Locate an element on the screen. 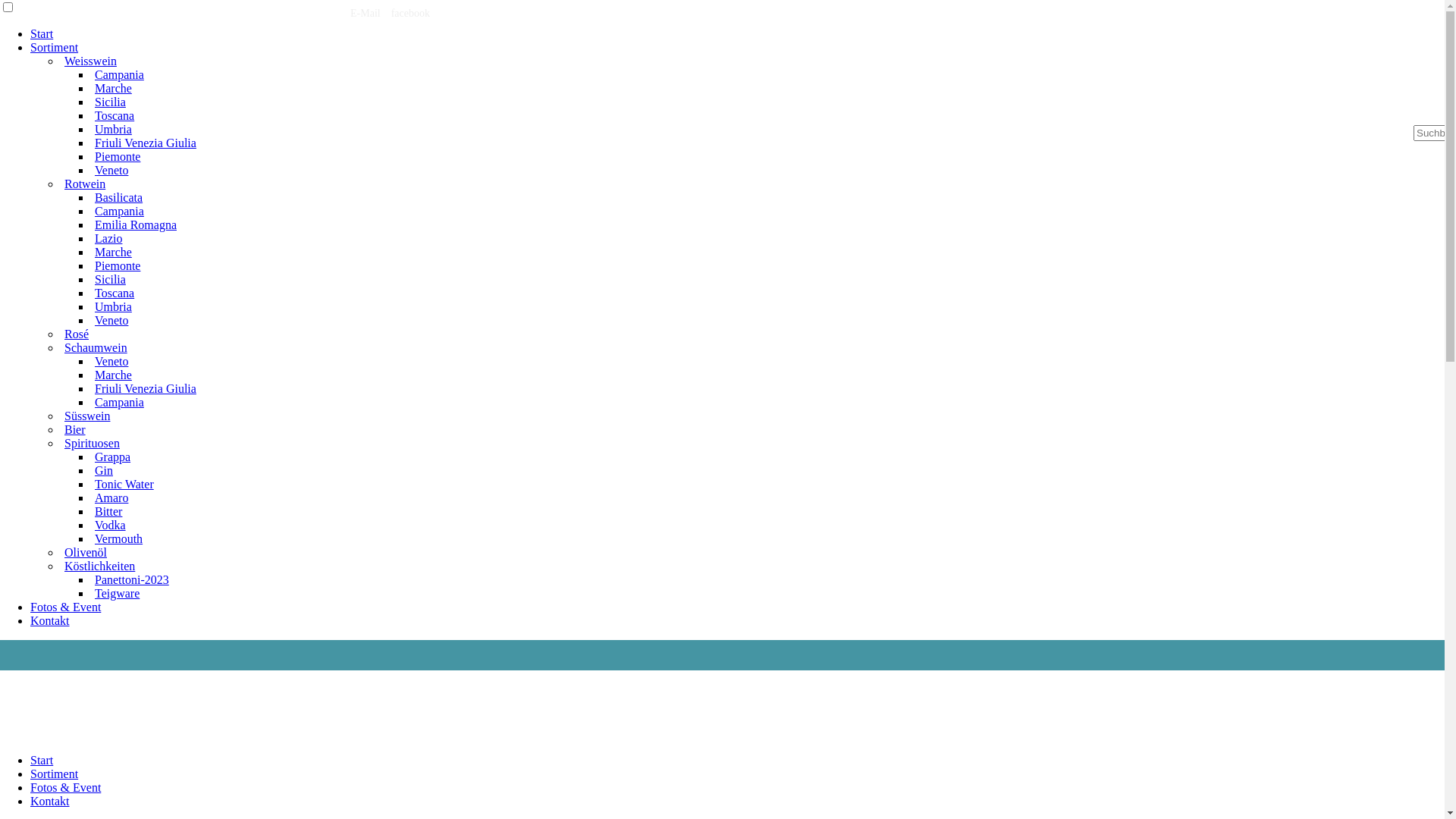  'Veneto' is located at coordinates (111, 170).